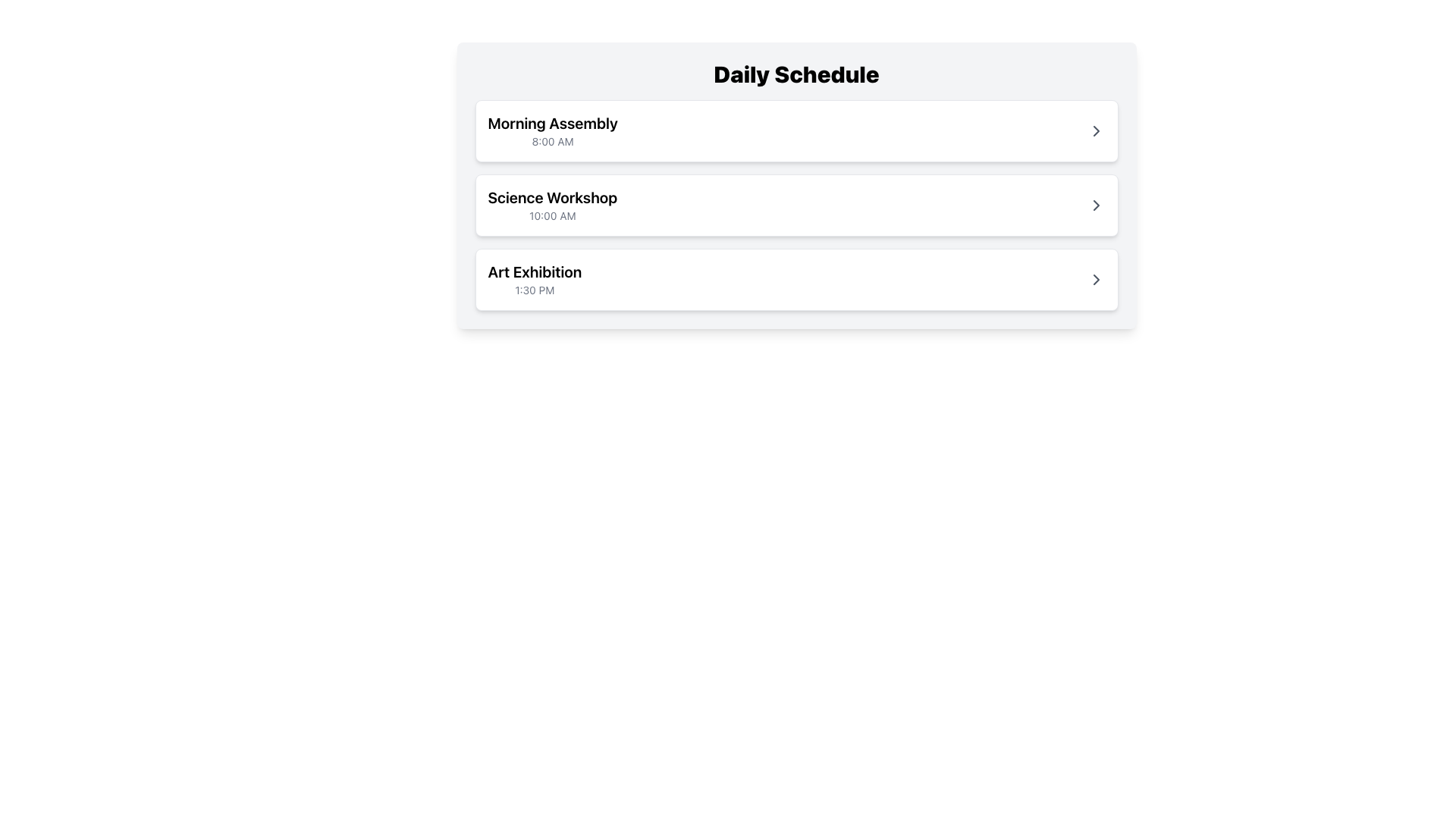 The image size is (1456, 819). Describe the element at coordinates (795, 205) in the screenshot. I see `the Informational card with the title 'Science Workshop', which is the second card in a vertical list, positioned between 'Morning Assembly' and 'Art Exhibition'` at that location.